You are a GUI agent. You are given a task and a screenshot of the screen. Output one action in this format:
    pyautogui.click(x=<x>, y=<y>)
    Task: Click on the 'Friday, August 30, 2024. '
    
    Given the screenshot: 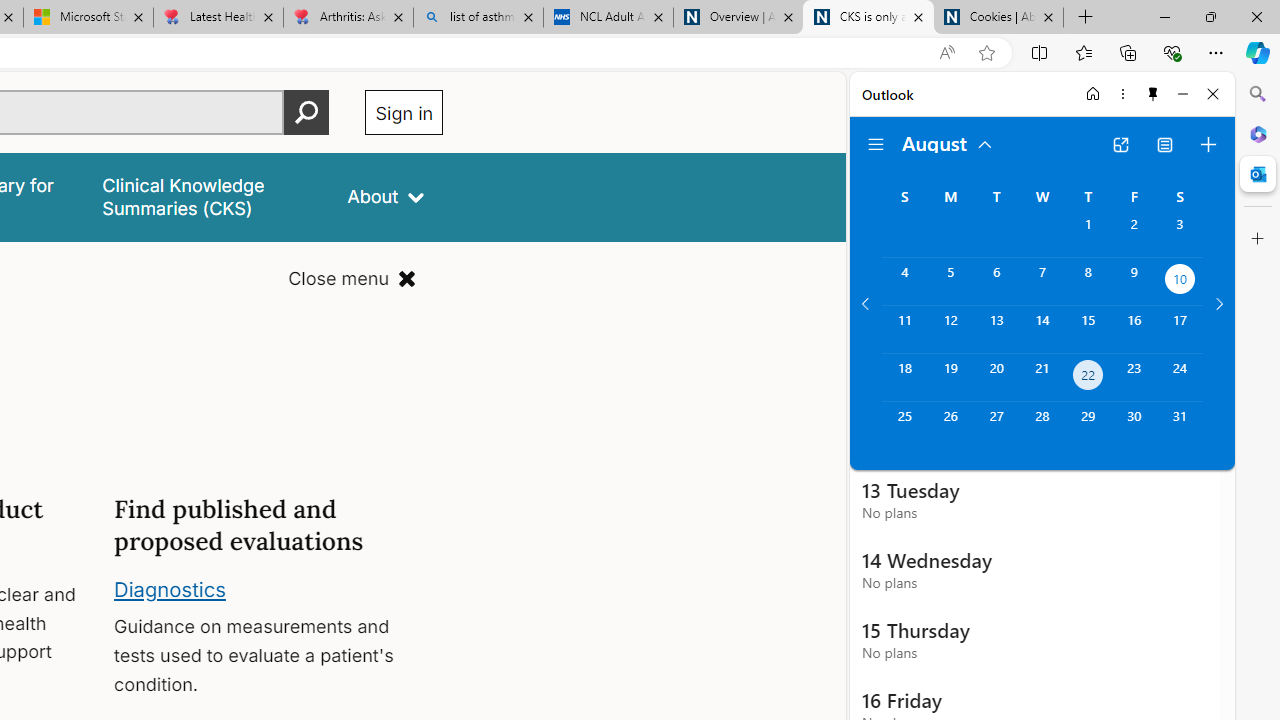 What is the action you would take?
    pyautogui.click(x=1134, y=424)
    